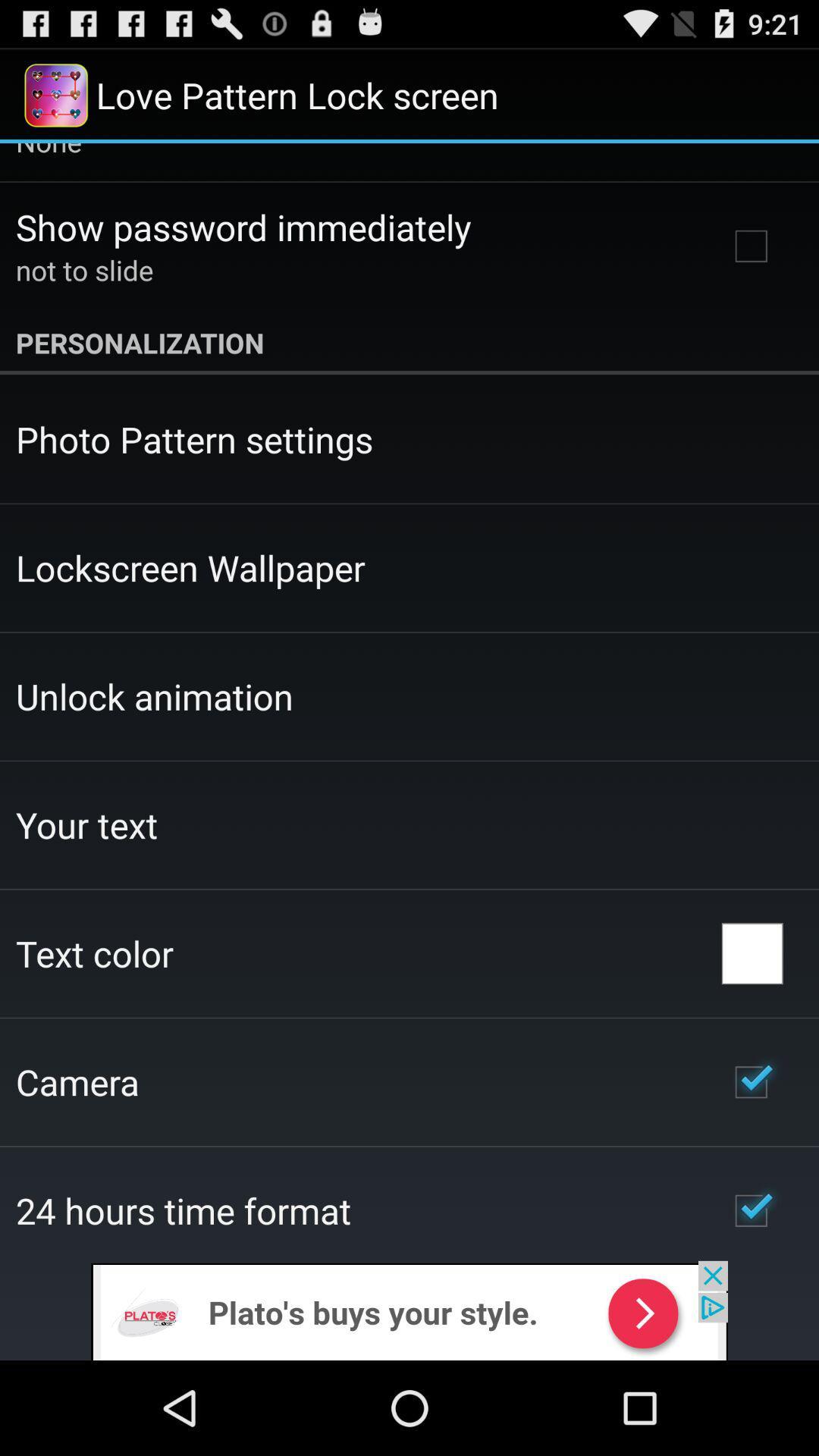 The width and height of the screenshot is (819, 1456). I want to click on the top right checkbox, so click(752, 246).